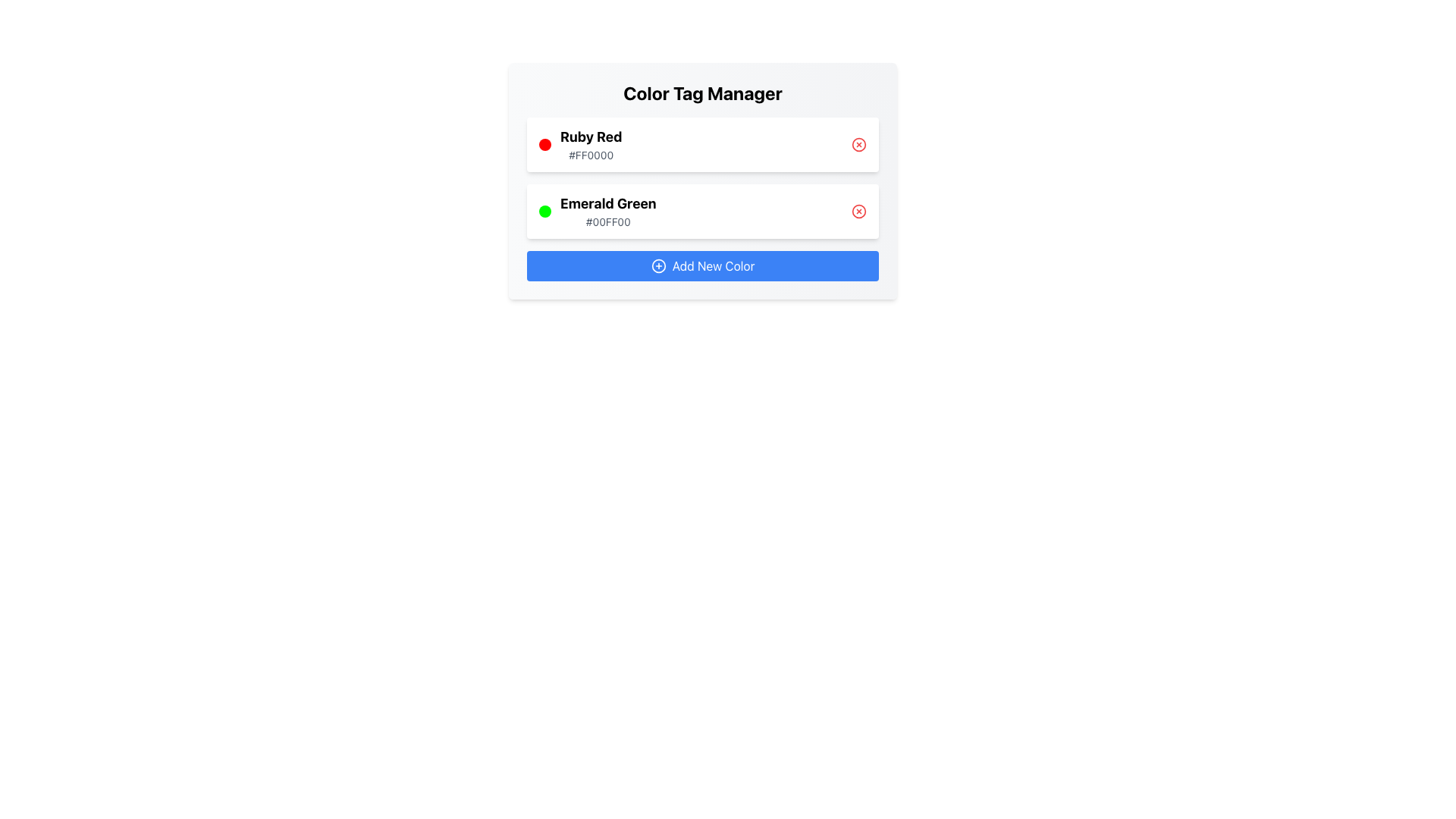 This screenshot has width=1456, height=819. I want to click on the text label displaying the color code '#00FF00' which is styled in gray and located underneath the 'Emerald Green' text, so click(608, 222).